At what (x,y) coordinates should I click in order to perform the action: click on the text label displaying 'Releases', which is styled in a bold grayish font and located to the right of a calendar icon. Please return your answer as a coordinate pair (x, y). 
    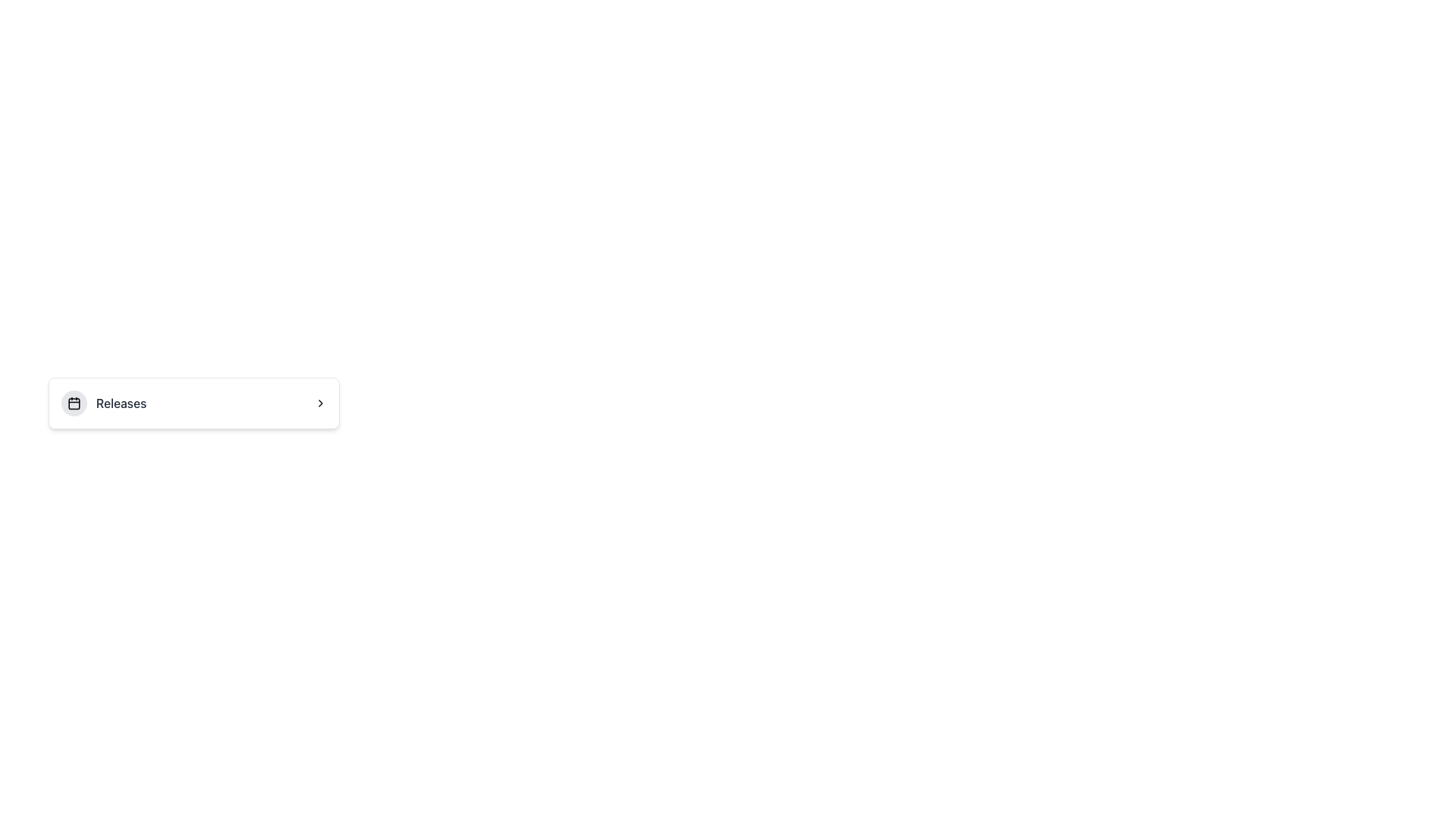
    Looking at the image, I should click on (103, 403).